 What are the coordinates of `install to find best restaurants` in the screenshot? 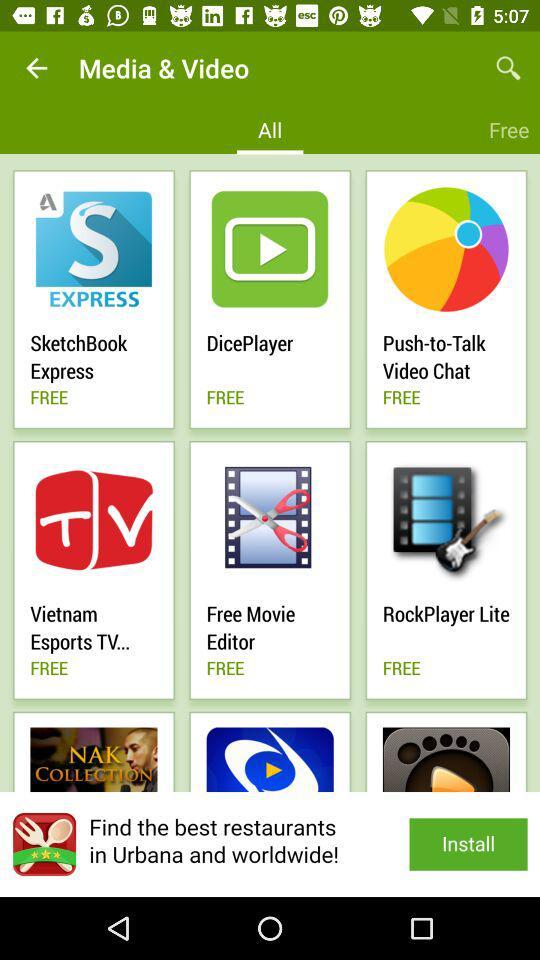 It's located at (270, 843).